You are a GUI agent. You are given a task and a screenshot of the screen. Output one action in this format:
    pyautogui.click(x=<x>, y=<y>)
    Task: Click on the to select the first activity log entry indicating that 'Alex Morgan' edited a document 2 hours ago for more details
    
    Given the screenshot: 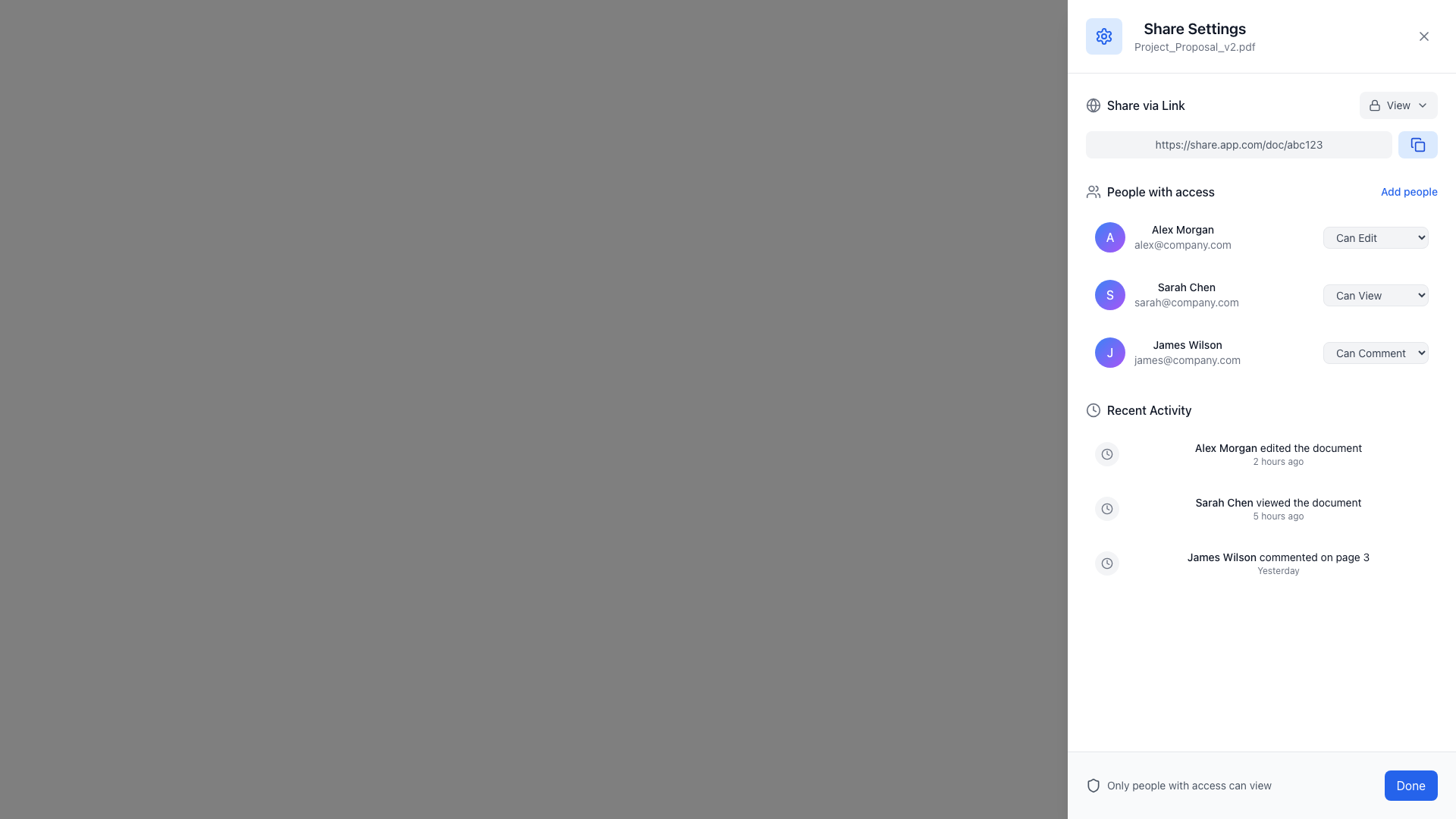 What is the action you would take?
    pyautogui.click(x=1262, y=453)
    